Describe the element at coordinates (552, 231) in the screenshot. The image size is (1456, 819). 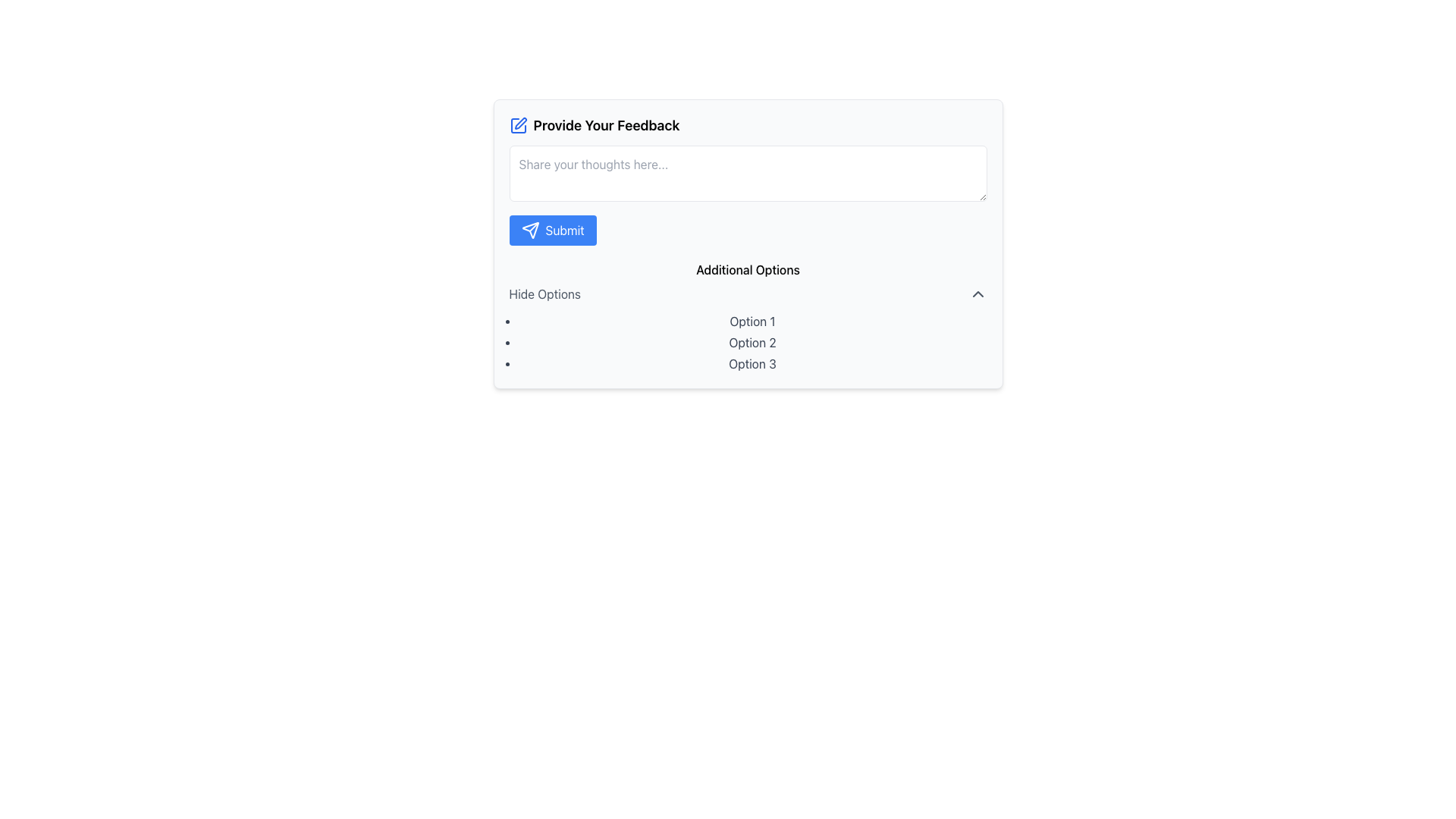
I see `the feedback submission button located beneath the text input field` at that location.